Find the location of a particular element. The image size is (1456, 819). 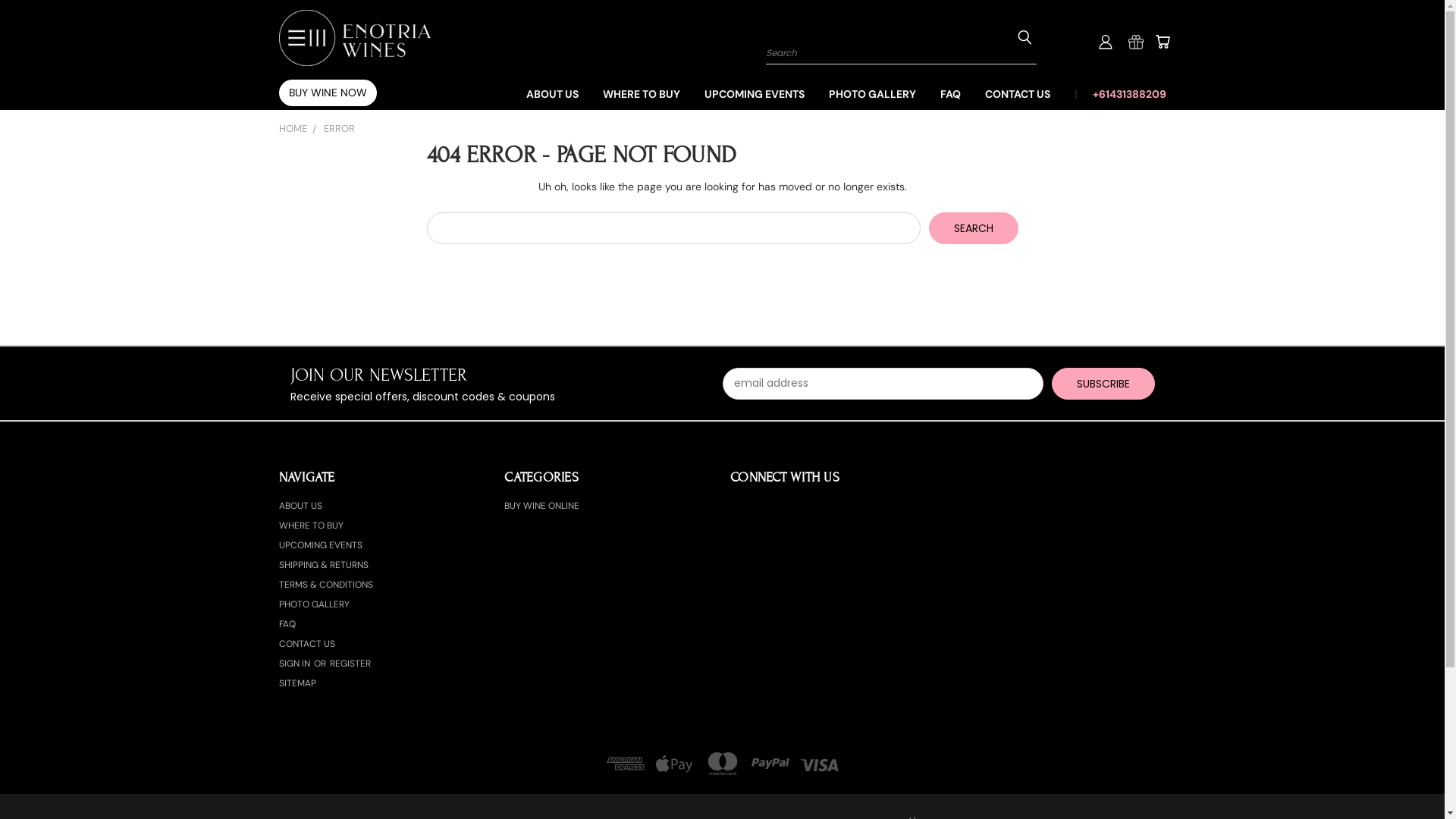

'FAQ' is located at coordinates (287, 626).